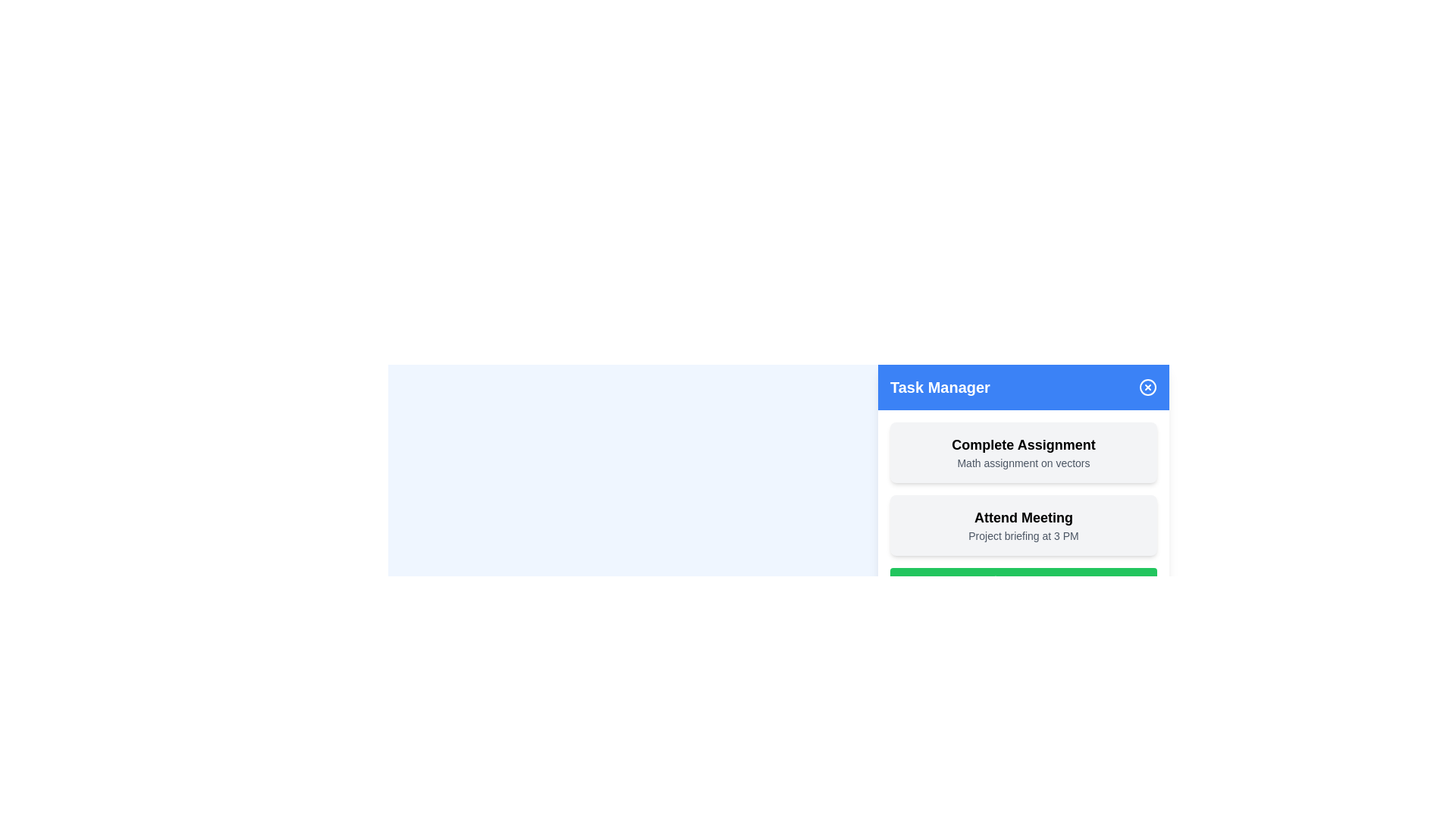  I want to click on displayed text on the 'Attend Meeting' Text Label, which is bold and large in font size, located below the 'Complete Assignment' card, so click(1023, 516).